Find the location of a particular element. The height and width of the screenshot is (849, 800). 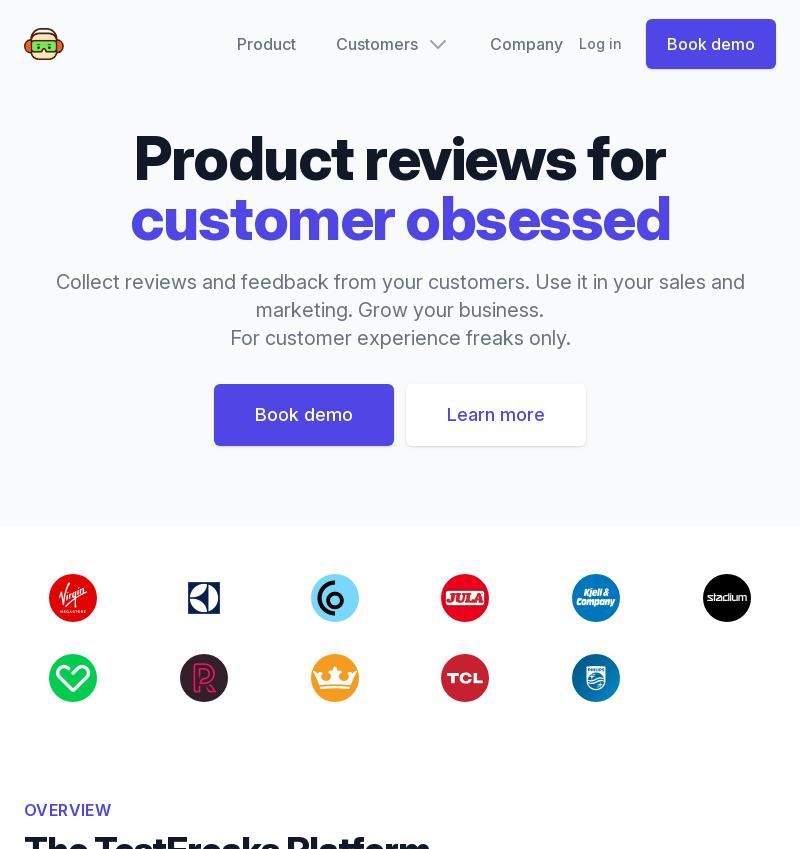

'Log in' is located at coordinates (600, 42).